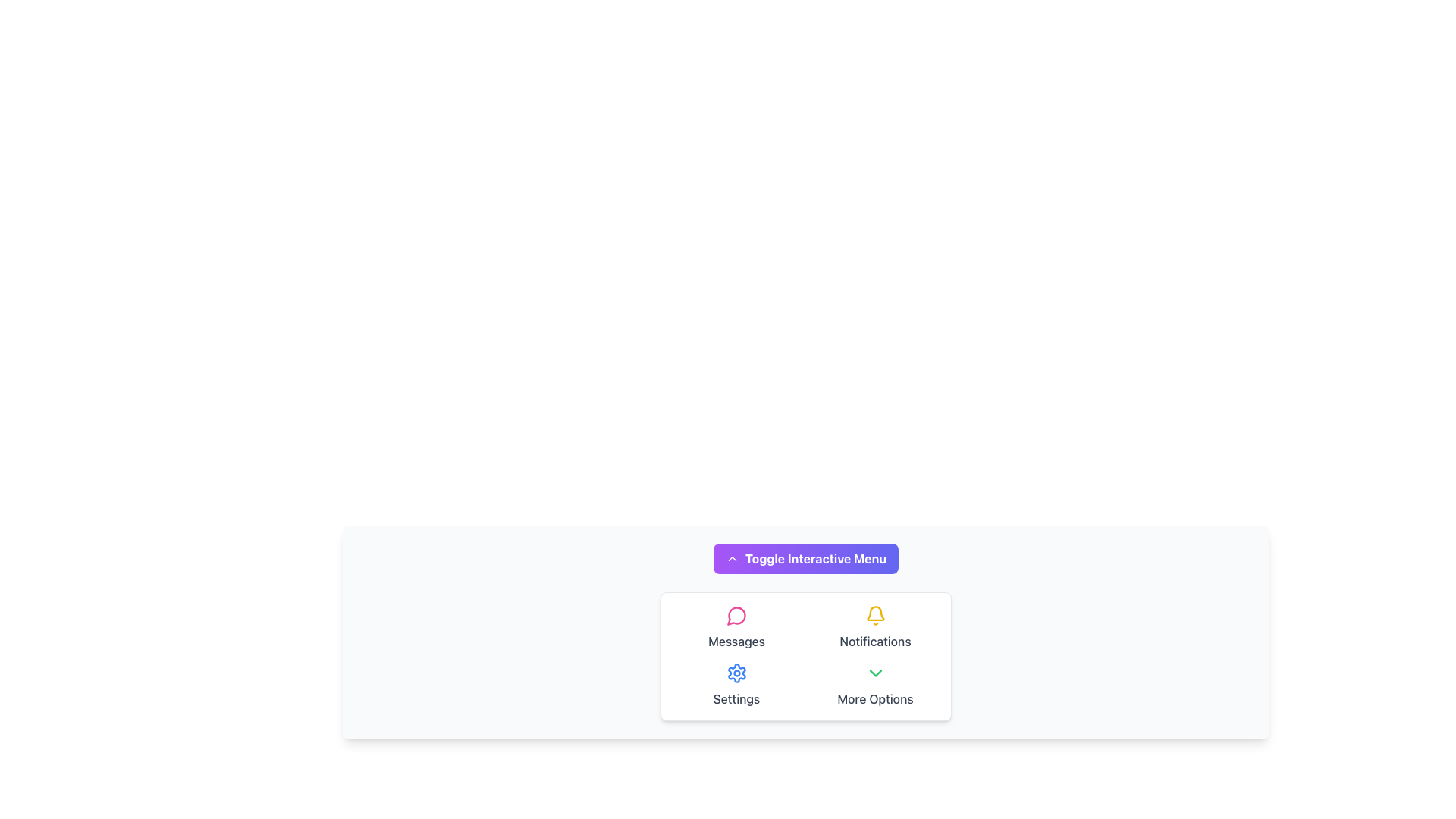  Describe the element at coordinates (875, 641) in the screenshot. I see `the 'Notifications' text label, which is styled in medium font weight and gray color, located below the bell icon in the options menu and is the third option from the left` at that location.